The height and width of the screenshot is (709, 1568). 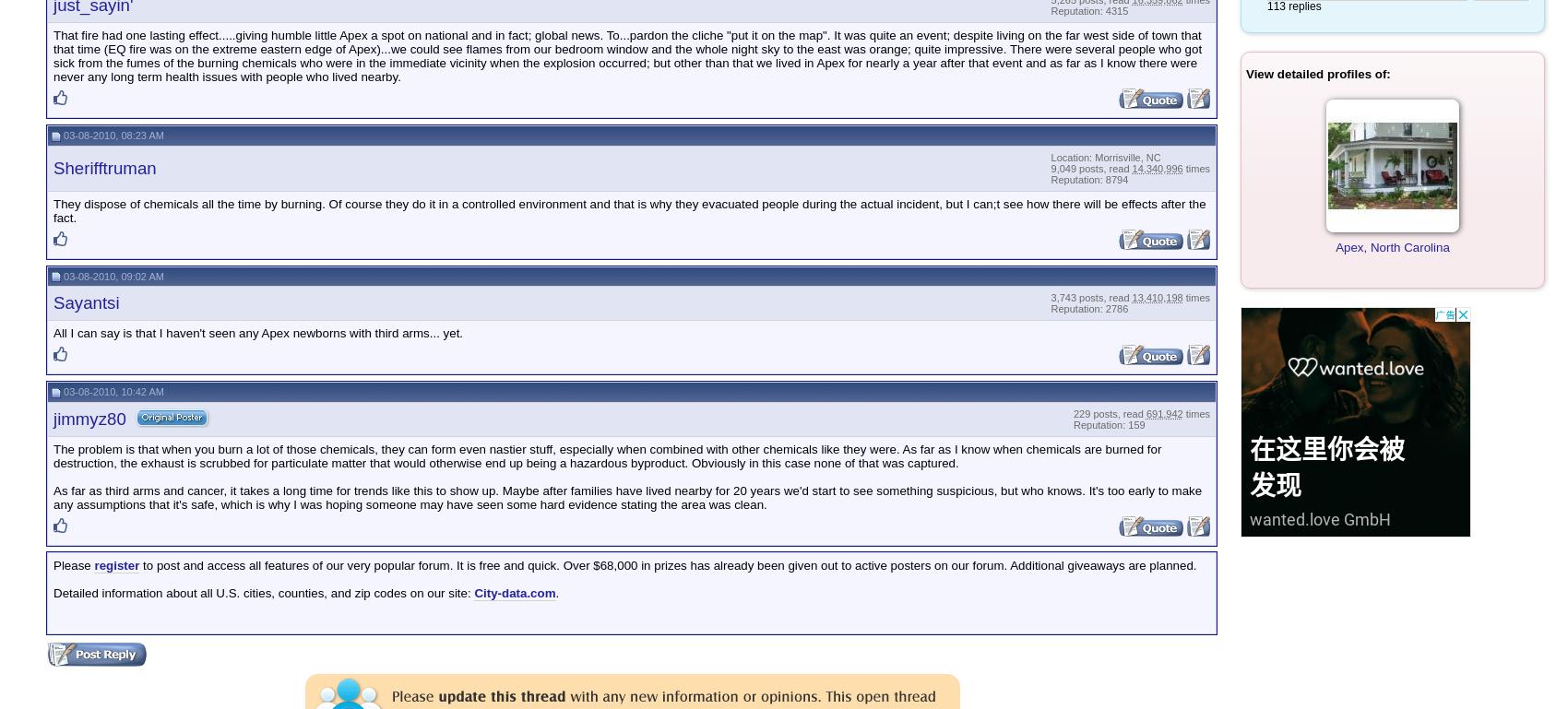 What do you see at coordinates (1104, 157) in the screenshot?
I see `'Location: Morrisville, NC'` at bounding box center [1104, 157].